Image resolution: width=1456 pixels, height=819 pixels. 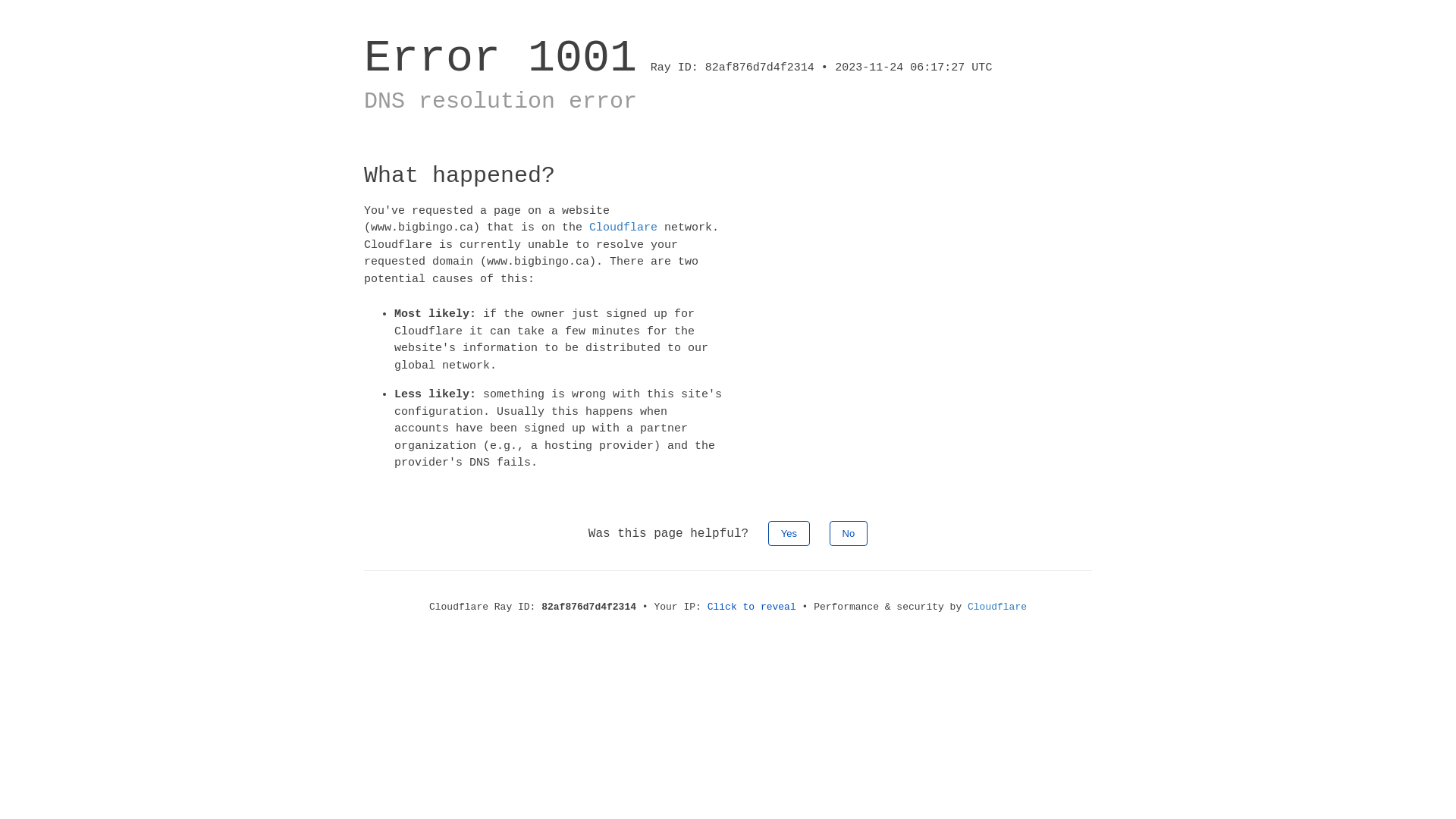 What do you see at coordinates (789, 532) in the screenshot?
I see `'Yes'` at bounding box center [789, 532].